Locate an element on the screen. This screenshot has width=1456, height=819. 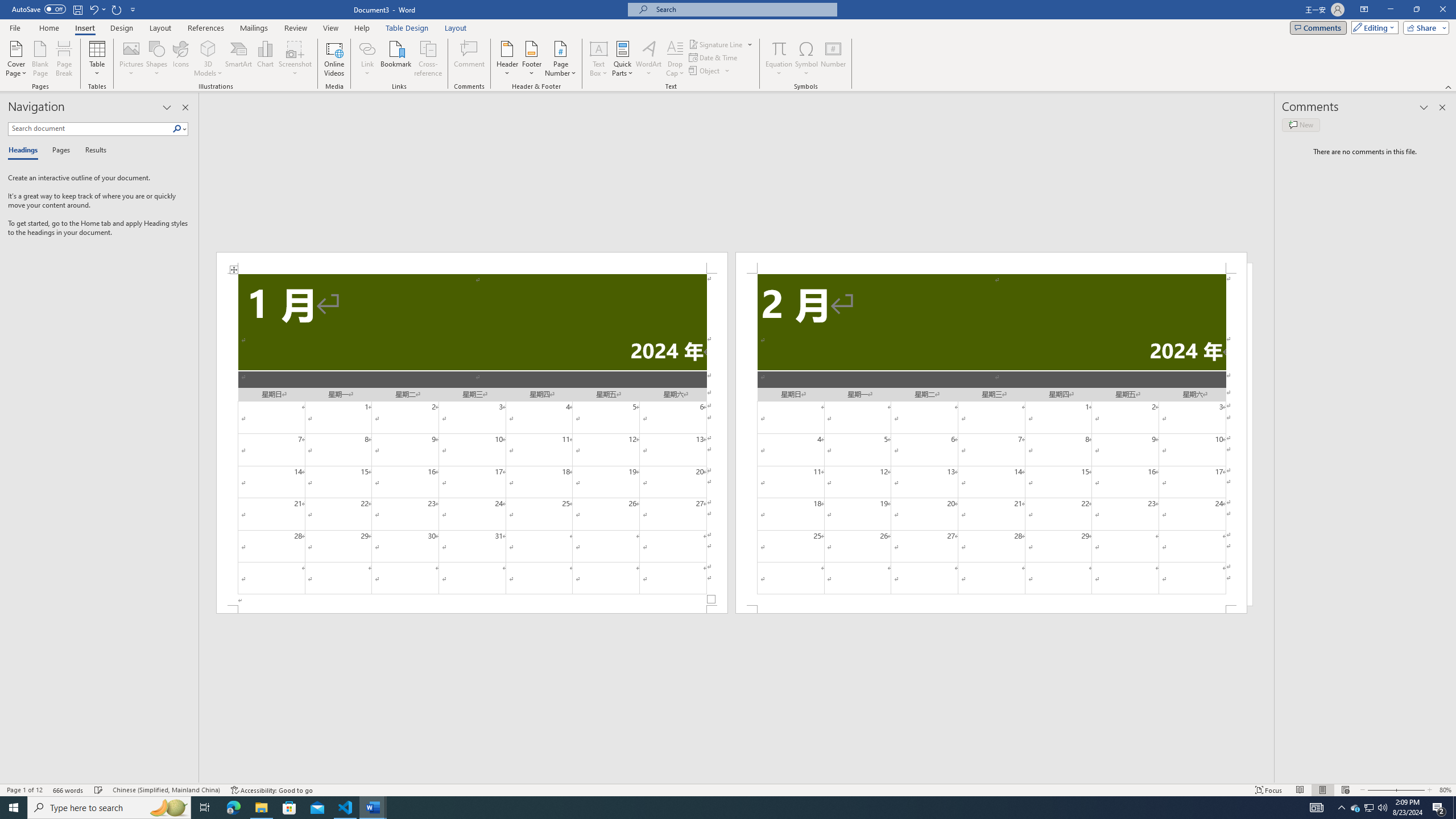
'Pictures' is located at coordinates (131, 59).